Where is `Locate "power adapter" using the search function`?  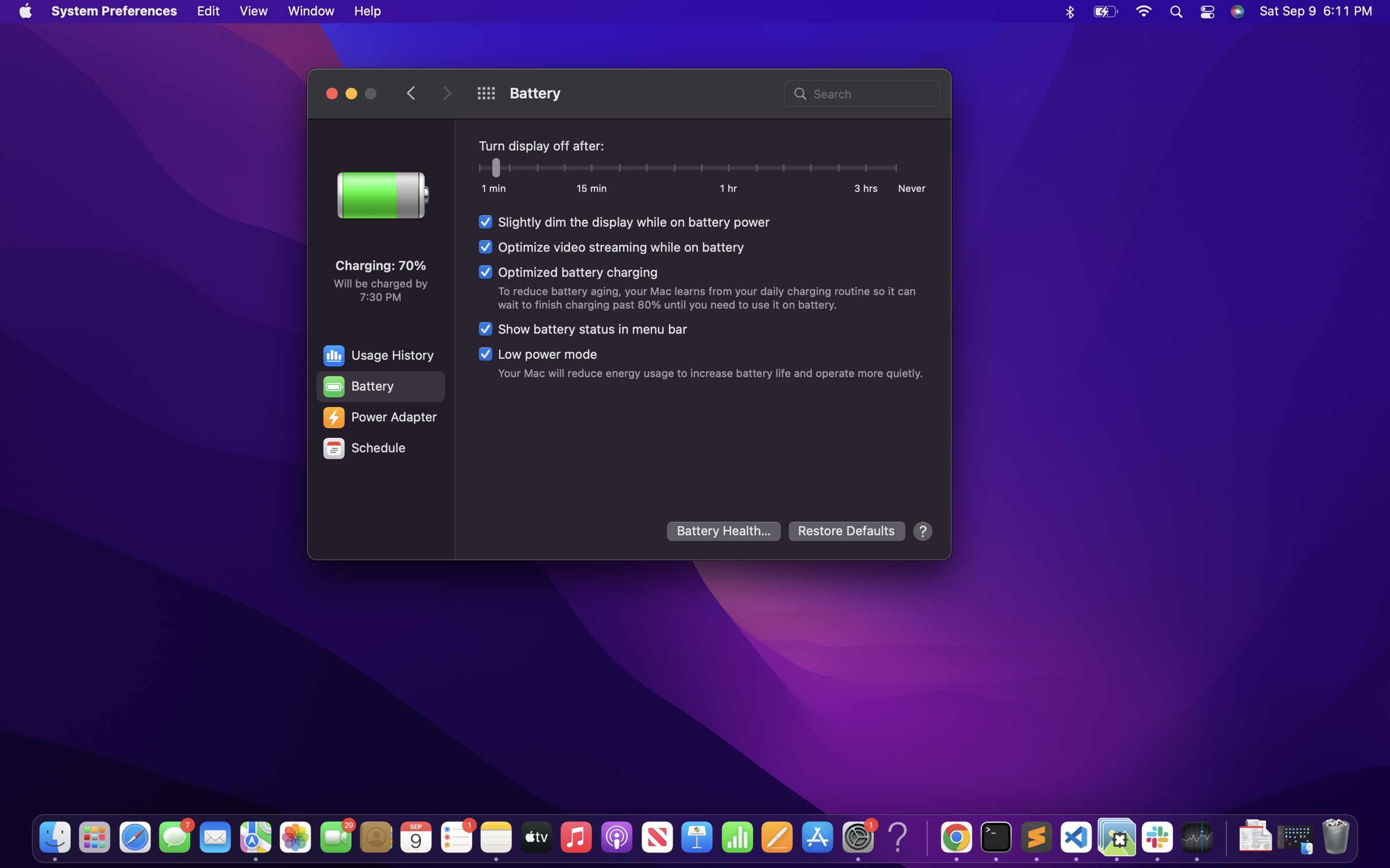 Locate "power adapter" using the search function is located at coordinates (860, 92).